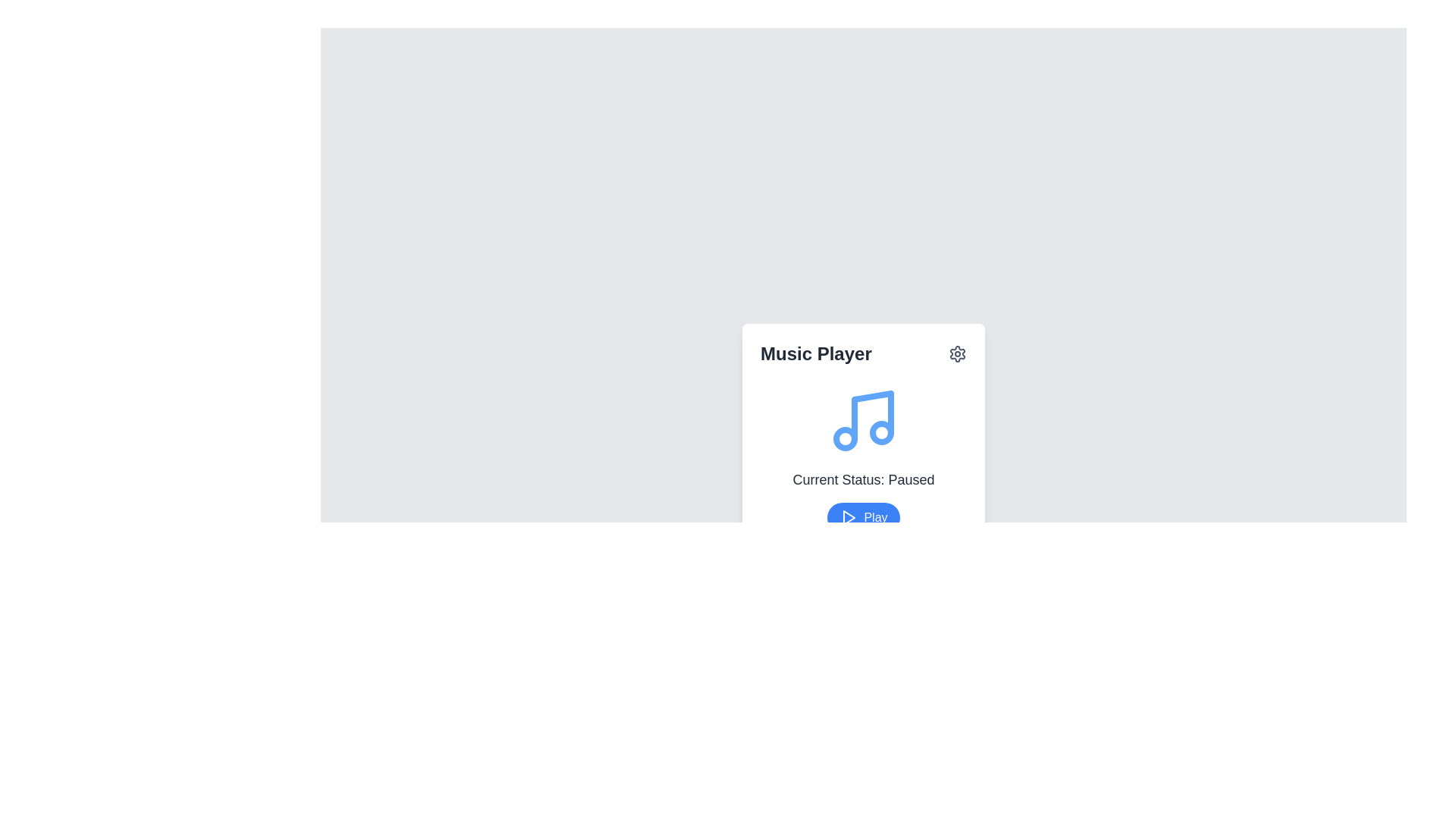 The image size is (1456, 819). I want to click on the 'Music Player' header label with the gear icon, so click(863, 353).